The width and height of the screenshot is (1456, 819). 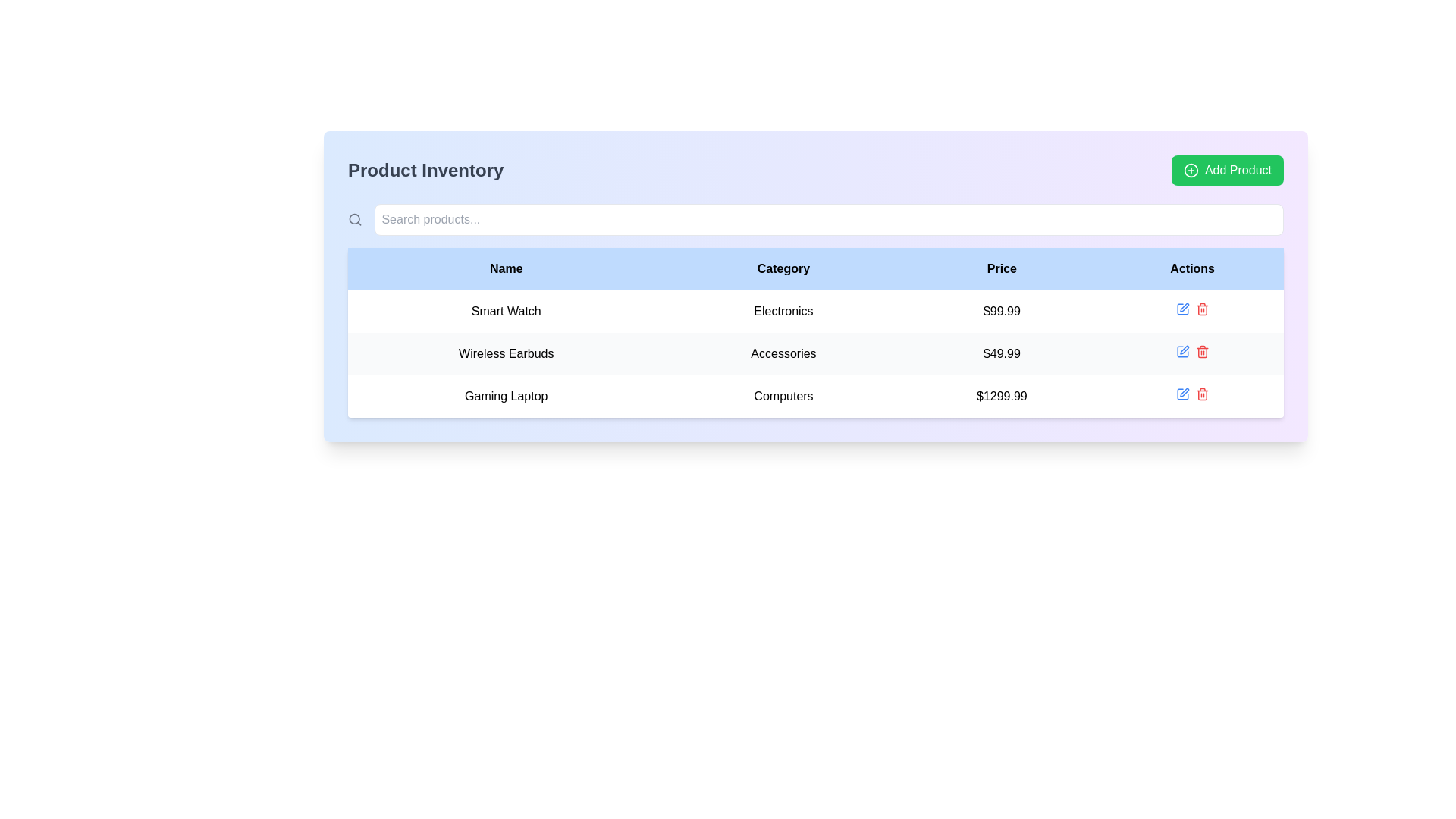 What do you see at coordinates (425, 170) in the screenshot?
I see `the 'Product Inventory' text label, which serves as a heading indicating the current section or page context to the user` at bounding box center [425, 170].